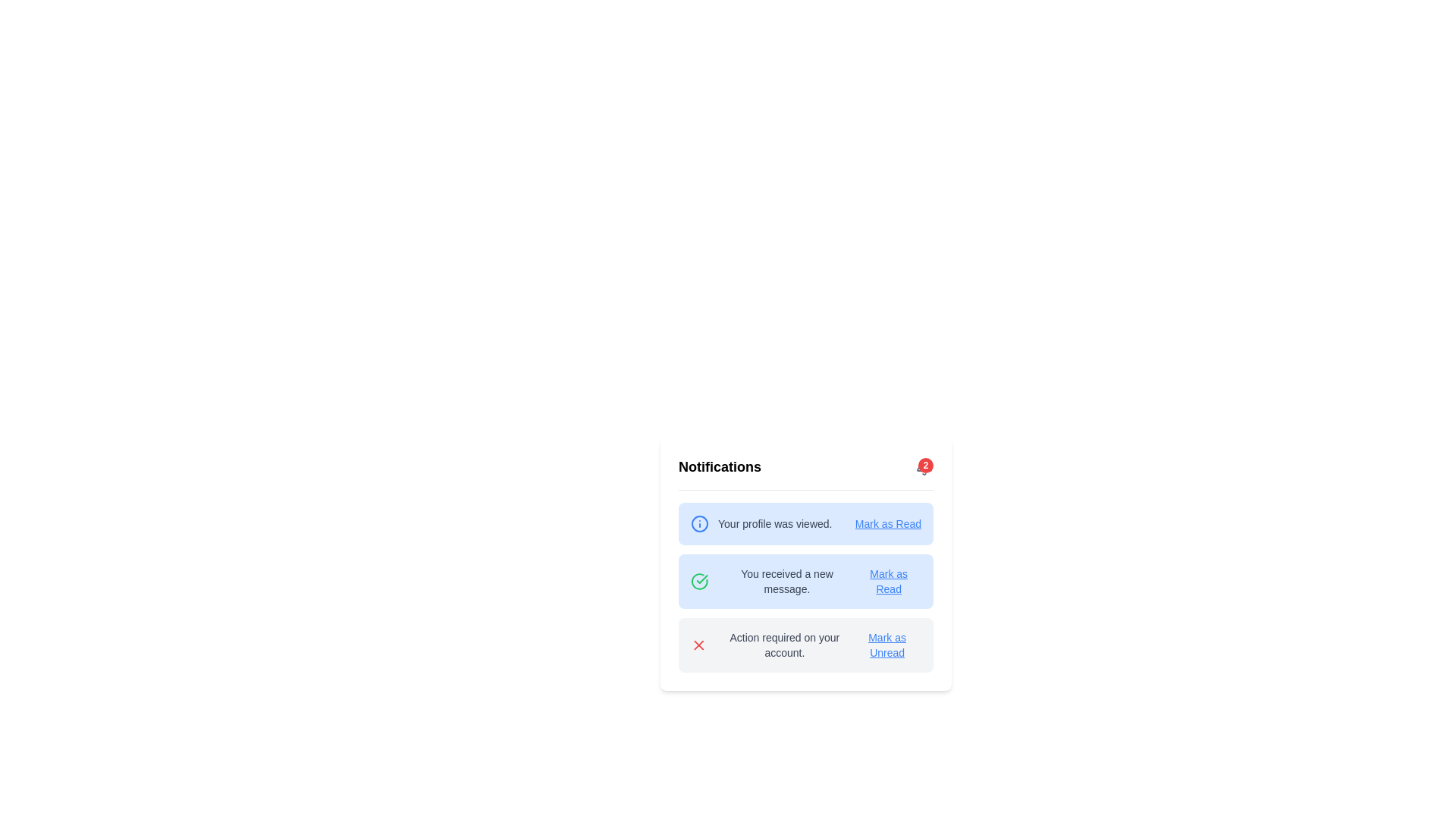 The width and height of the screenshot is (1456, 819). What do you see at coordinates (888, 522) in the screenshot?
I see `the interactive text link to mark the associated notification card as read, located at the far right of the first notification card next to the message 'Your profile was viewed.'` at bounding box center [888, 522].